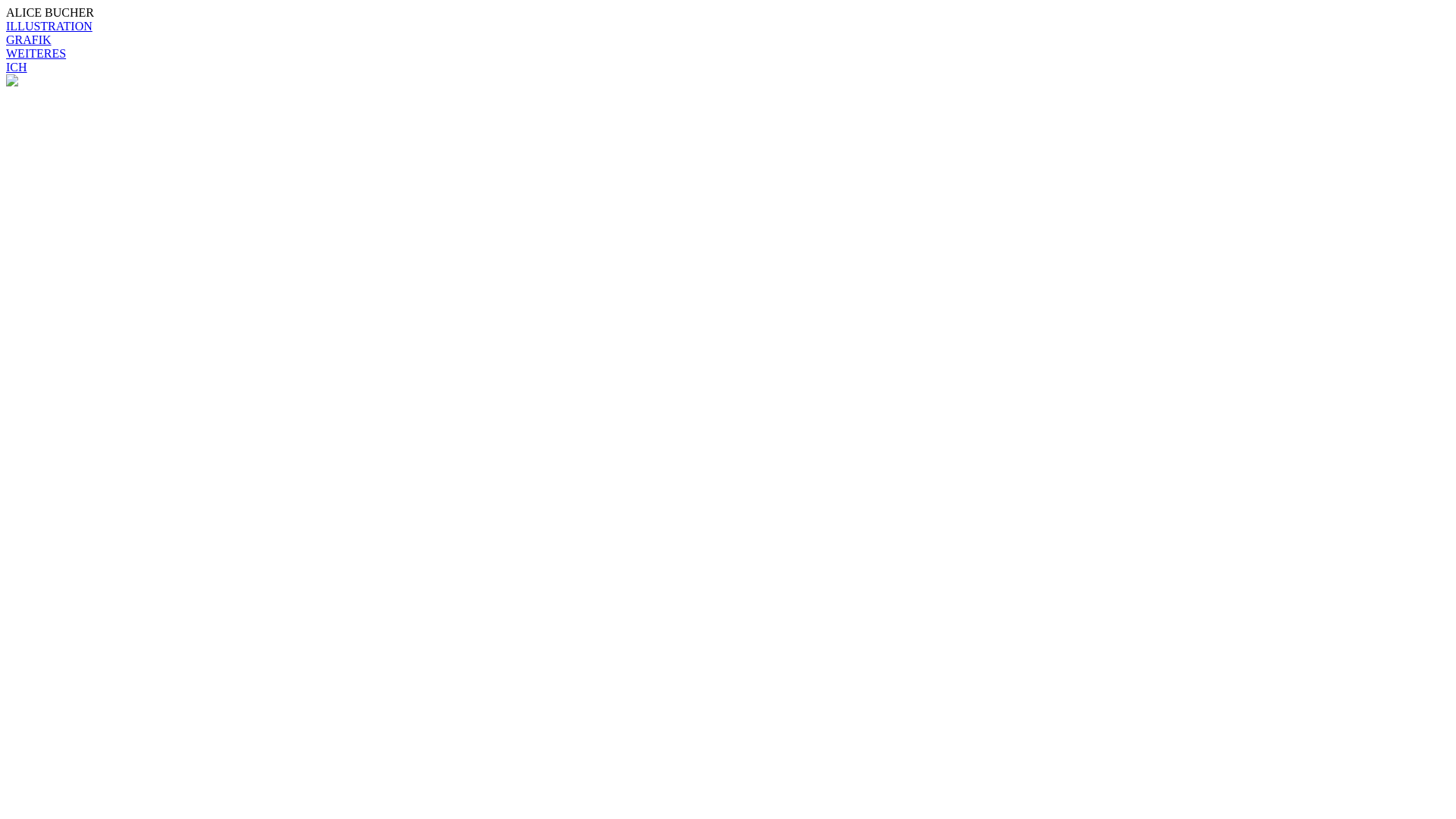  What do you see at coordinates (29, 39) in the screenshot?
I see `'GRAFIK'` at bounding box center [29, 39].